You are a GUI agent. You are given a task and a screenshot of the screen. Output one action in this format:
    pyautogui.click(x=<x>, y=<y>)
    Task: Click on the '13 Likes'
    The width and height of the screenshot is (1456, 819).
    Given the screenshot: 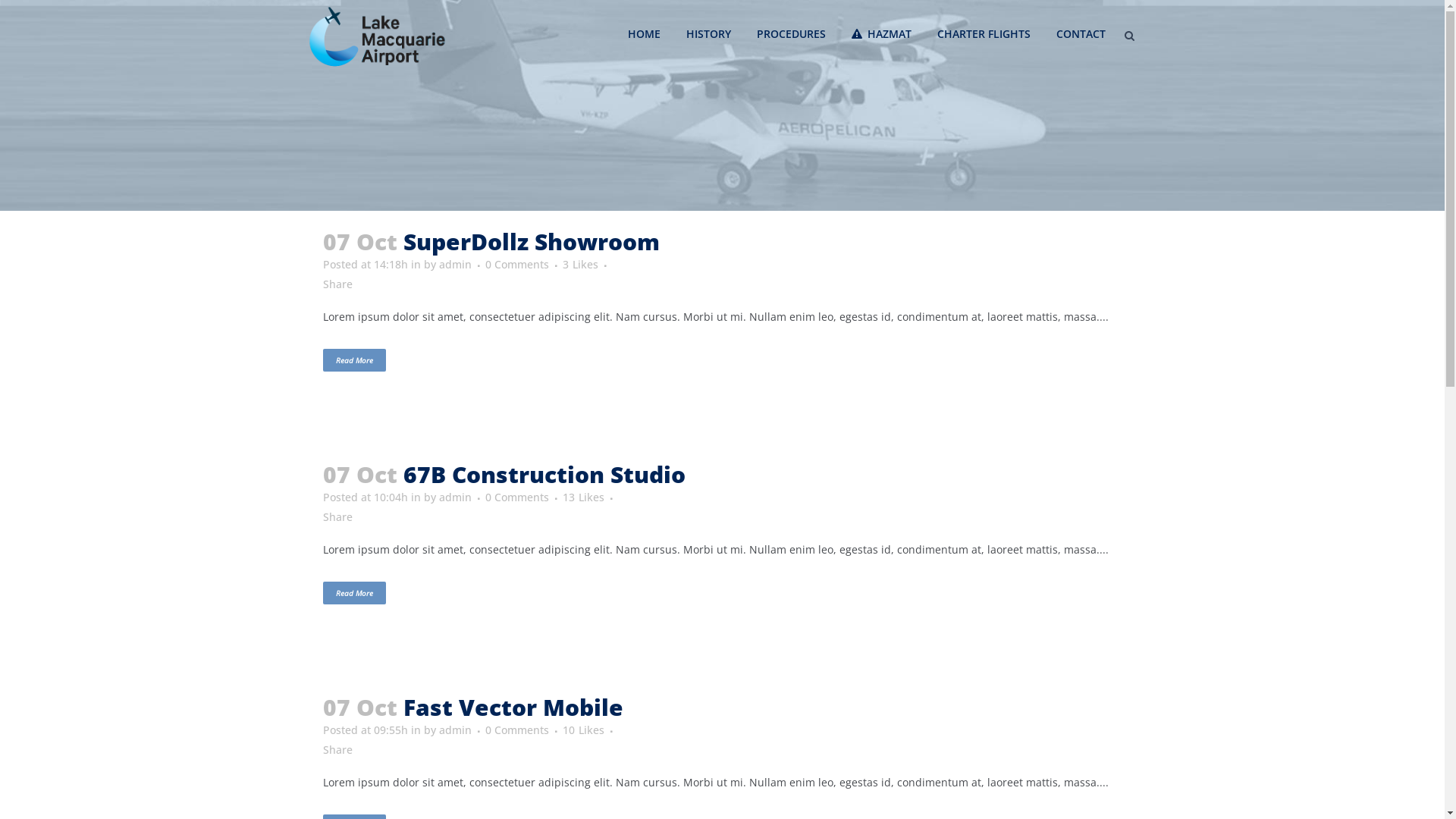 What is the action you would take?
    pyautogui.click(x=582, y=497)
    